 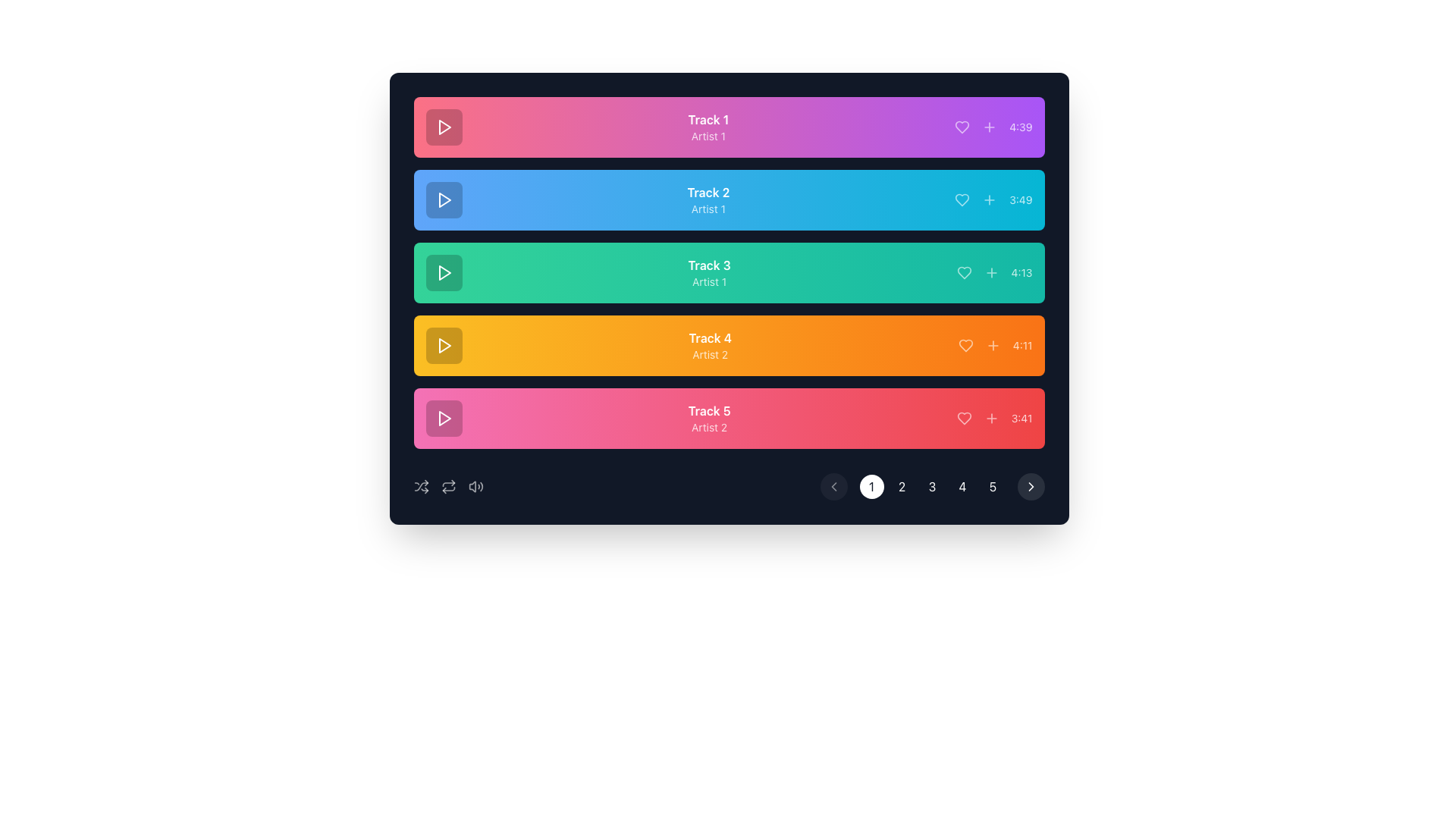 What do you see at coordinates (443, 345) in the screenshot?
I see `the play button located within the fourth track's section, which is centralized within the yellow bar representing 'Track 4' of 'Artist 2'` at bounding box center [443, 345].